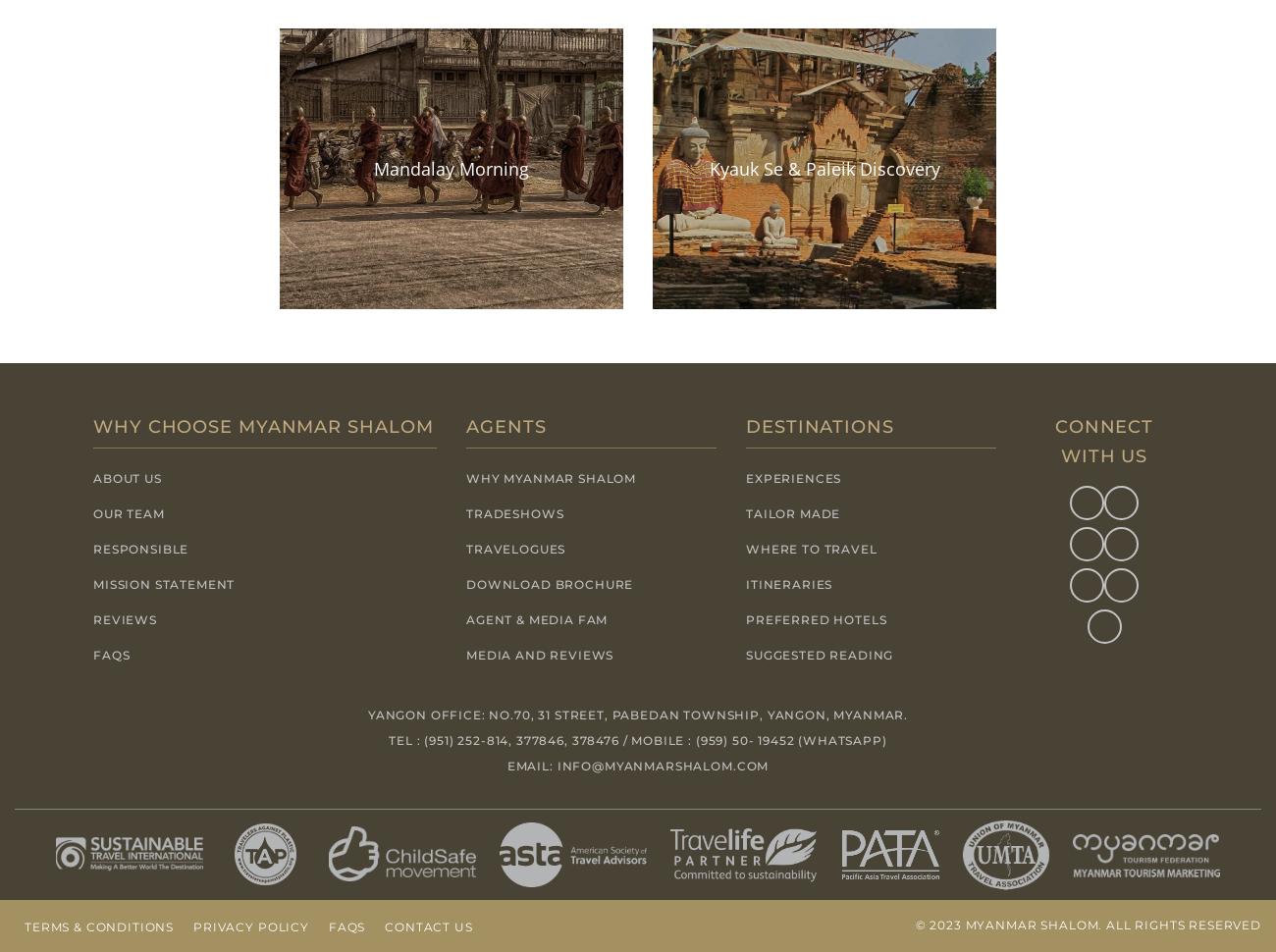 The height and width of the screenshot is (952, 1276). I want to click on 'Terms & Conditions', so click(23, 925).